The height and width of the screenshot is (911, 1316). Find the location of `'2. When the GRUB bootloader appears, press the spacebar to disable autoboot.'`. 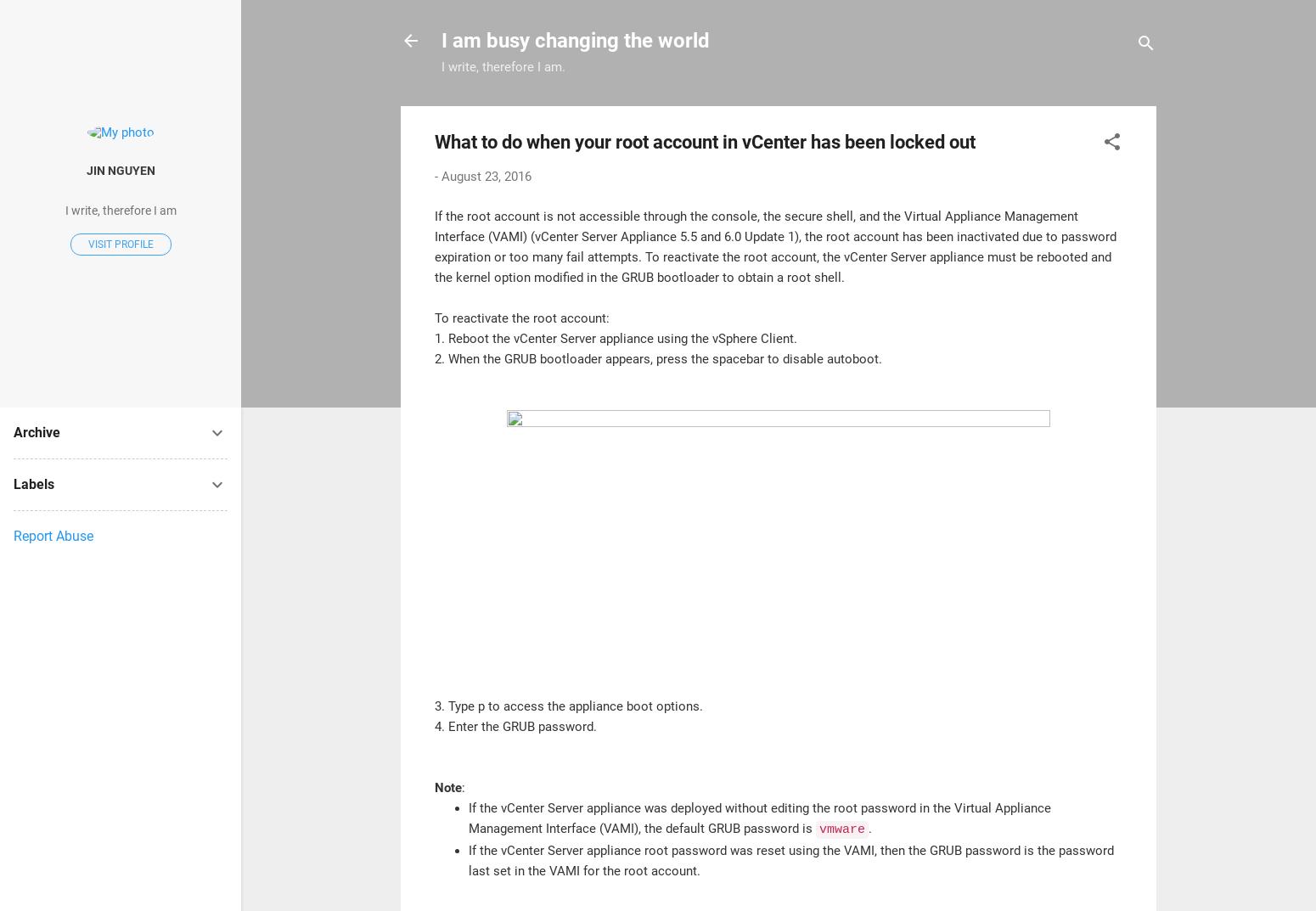

'2. When the GRUB bootloader appears, press the spacebar to disable autoboot.' is located at coordinates (658, 358).